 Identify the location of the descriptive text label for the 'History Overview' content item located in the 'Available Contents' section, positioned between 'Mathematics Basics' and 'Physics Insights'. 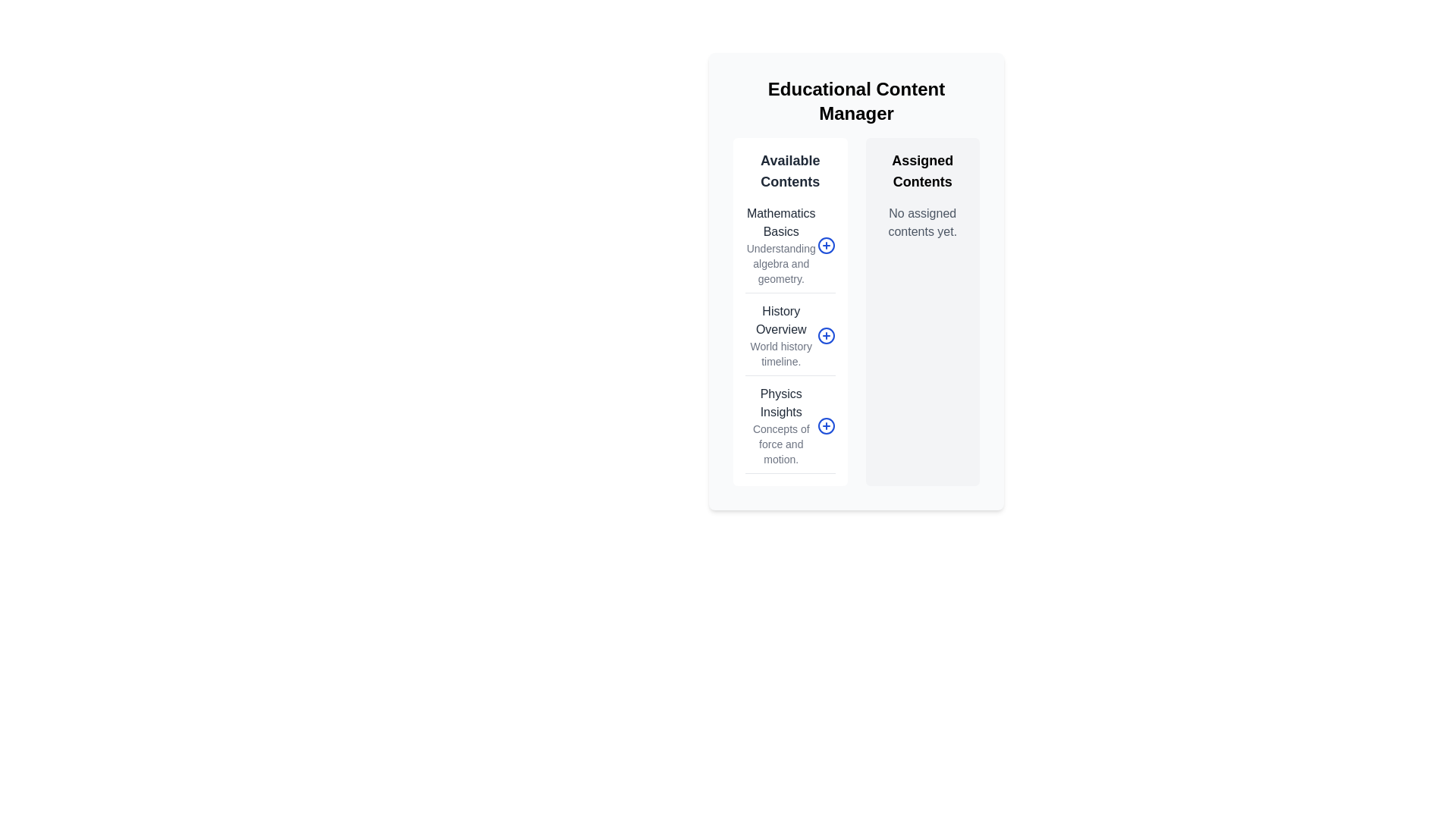
(781, 353).